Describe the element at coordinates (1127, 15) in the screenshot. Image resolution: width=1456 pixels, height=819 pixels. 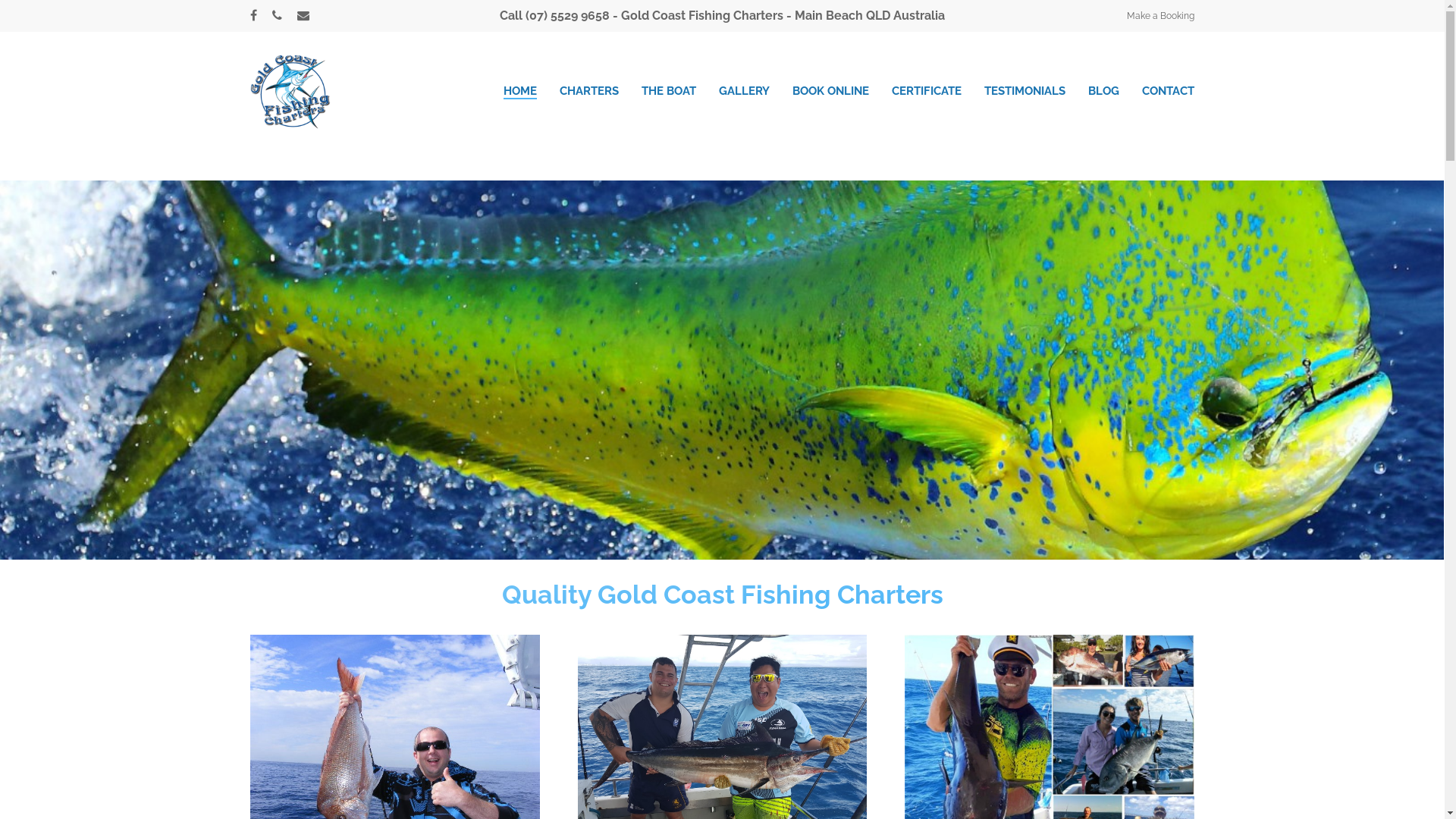
I see `'Make a Booking'` at that location.